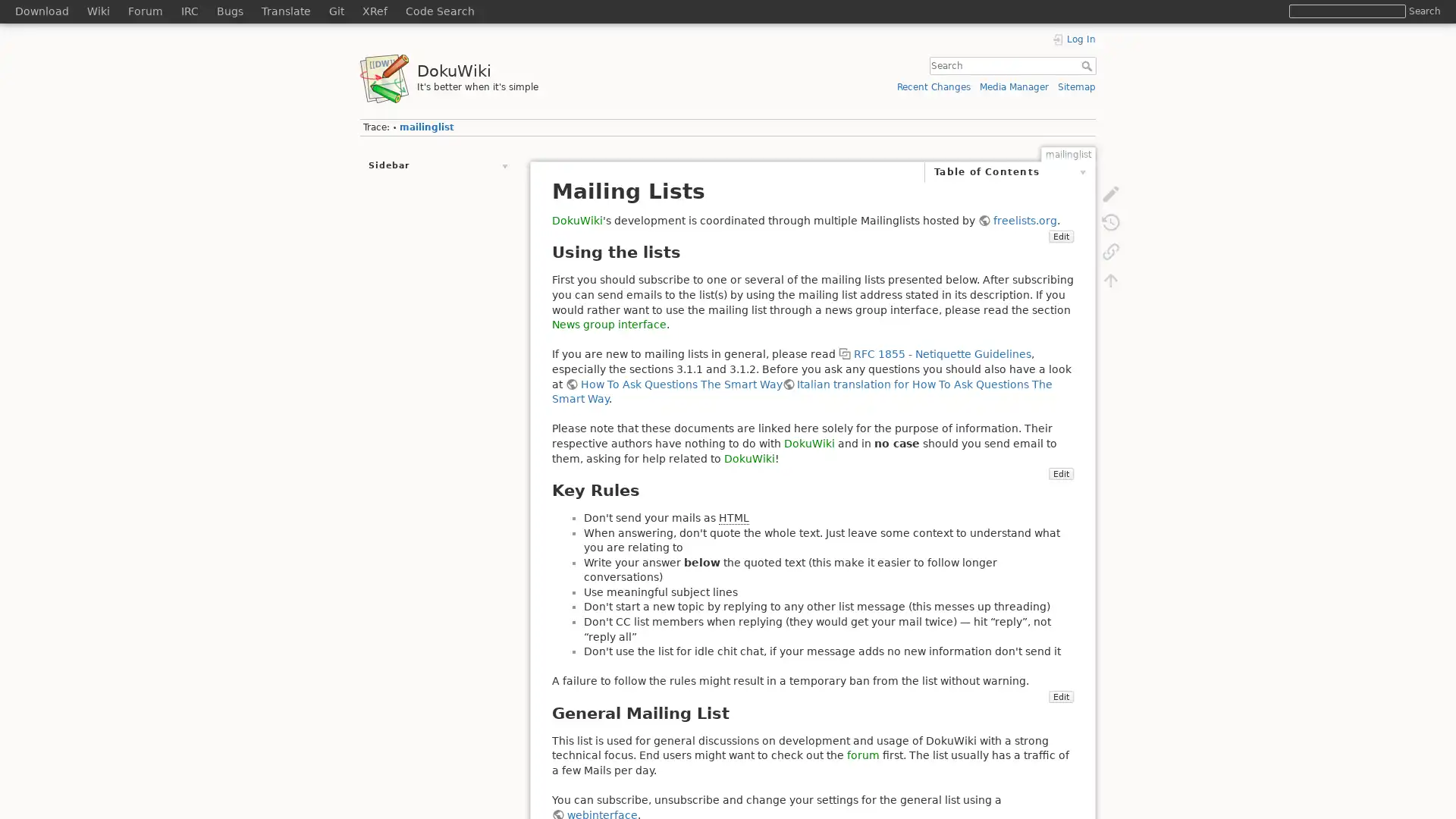 This screenshot has height=819, width=1456. Describe the element at coordinates (1059, 725) in the screenshot. I see `Edit` at that location.